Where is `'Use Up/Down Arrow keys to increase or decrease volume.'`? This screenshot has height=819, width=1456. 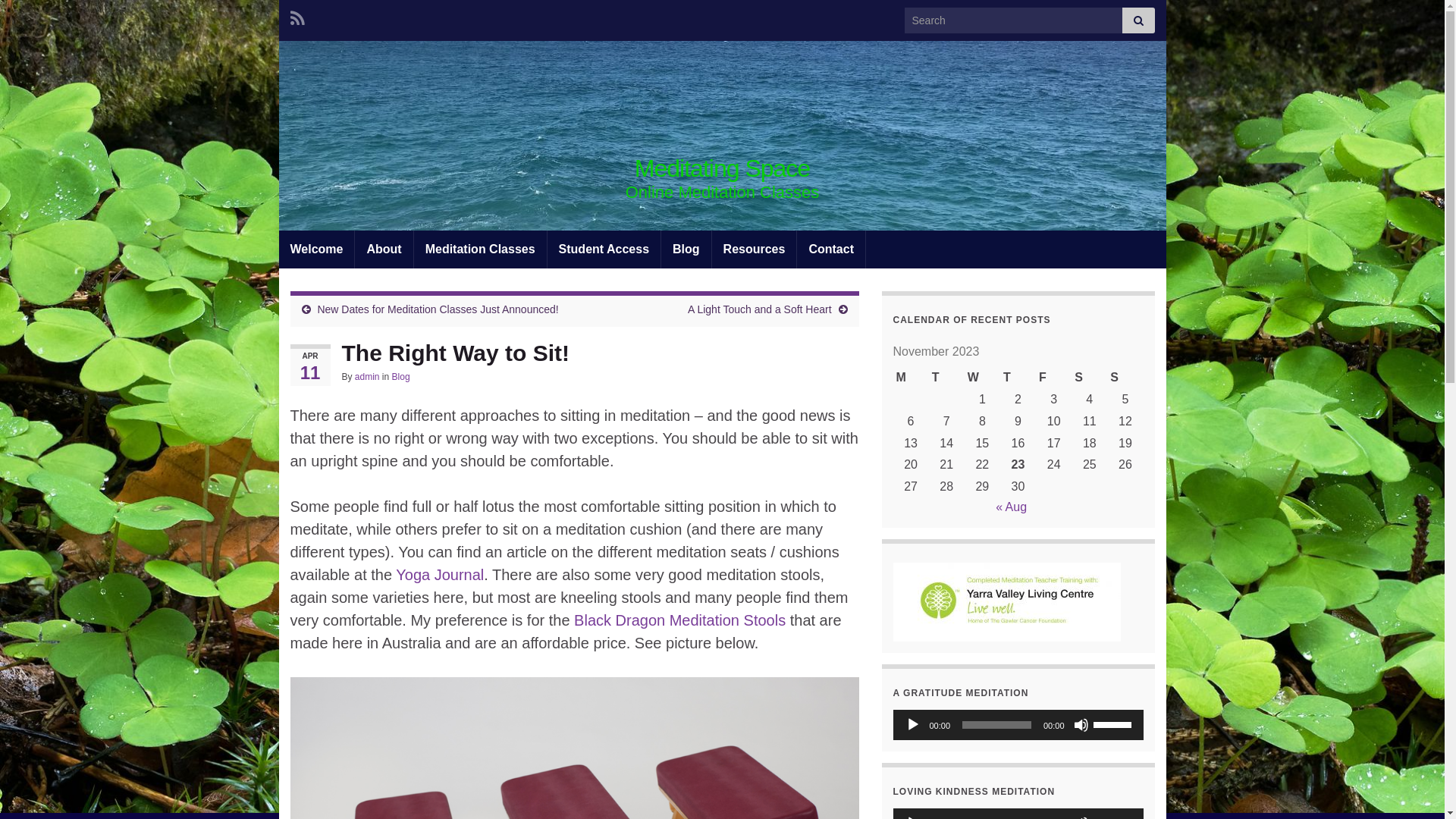
'Use Up/Down Arrow keys to increase or decrease volume.' is located at coordinates (1114, 722).